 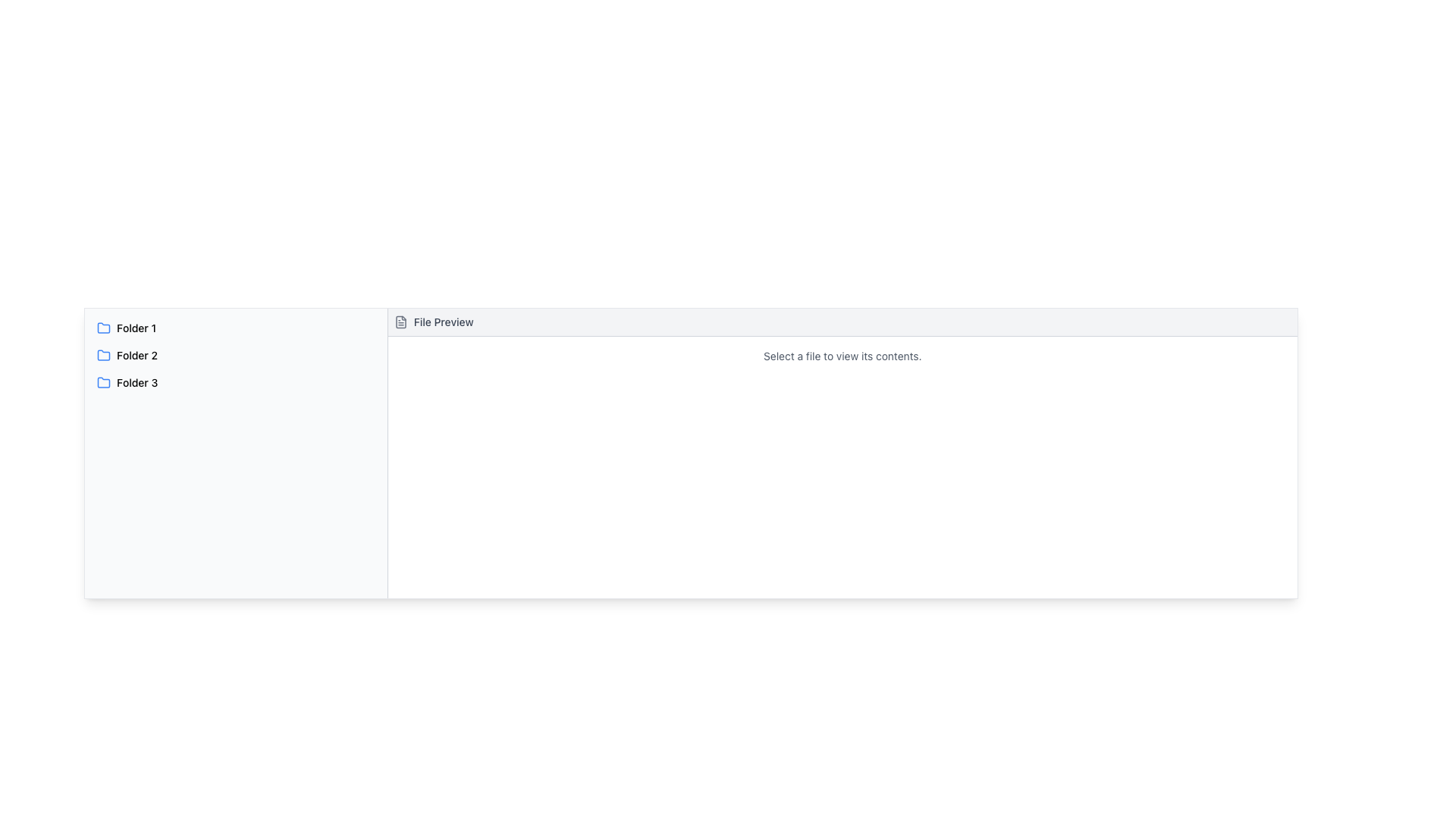 What do you see at coordinates (103, 327) in the screenshot?
I see `the Folder Icon that represents 'Folder 1' in the left panel of the interface` at bounding box center [103, 327].